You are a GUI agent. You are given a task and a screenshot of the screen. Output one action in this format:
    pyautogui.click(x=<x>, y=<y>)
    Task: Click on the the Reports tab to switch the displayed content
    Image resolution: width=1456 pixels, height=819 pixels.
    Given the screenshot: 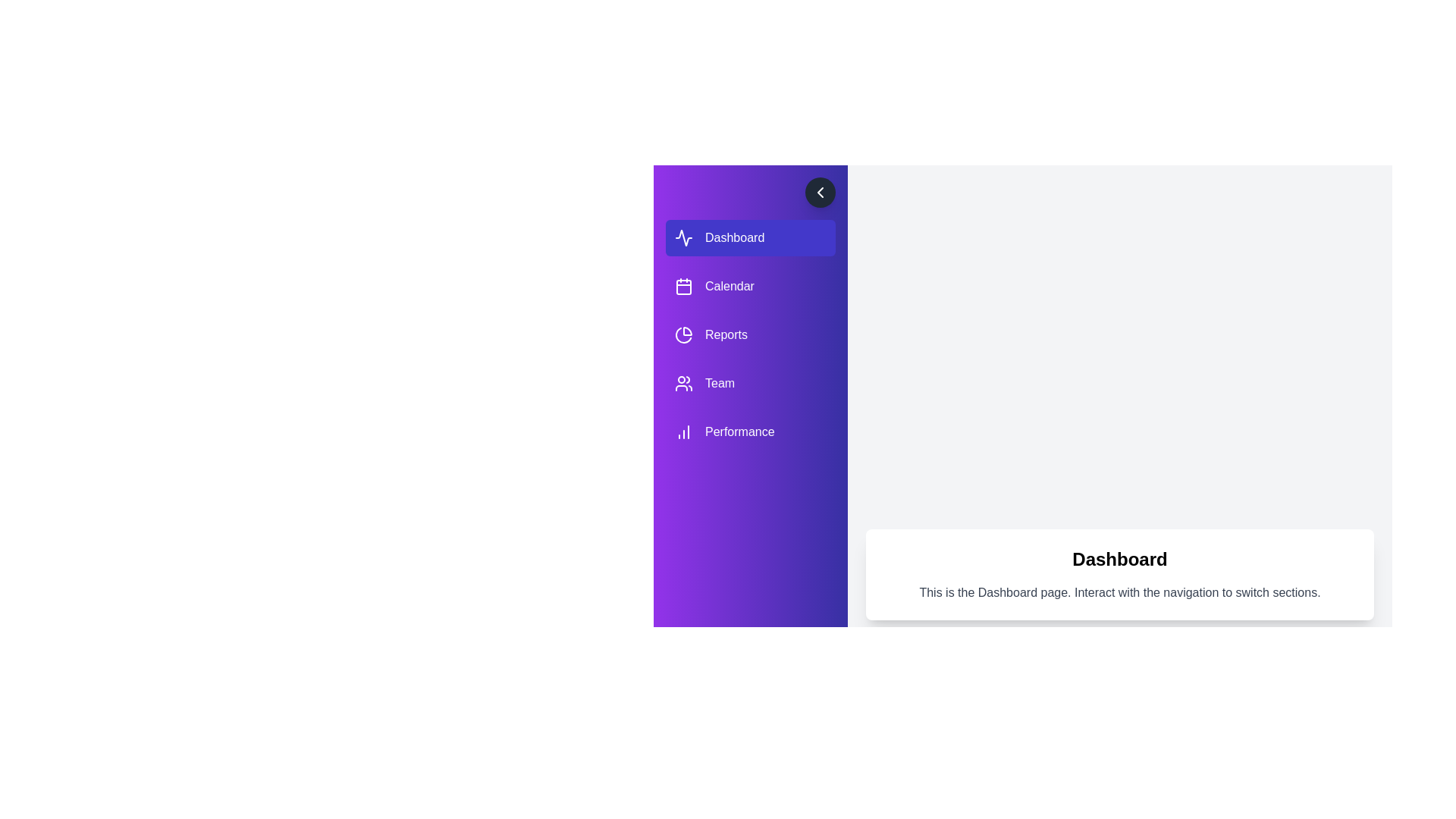 What is the action you would take?
    pyautogui.click(x=750, y=334)
    